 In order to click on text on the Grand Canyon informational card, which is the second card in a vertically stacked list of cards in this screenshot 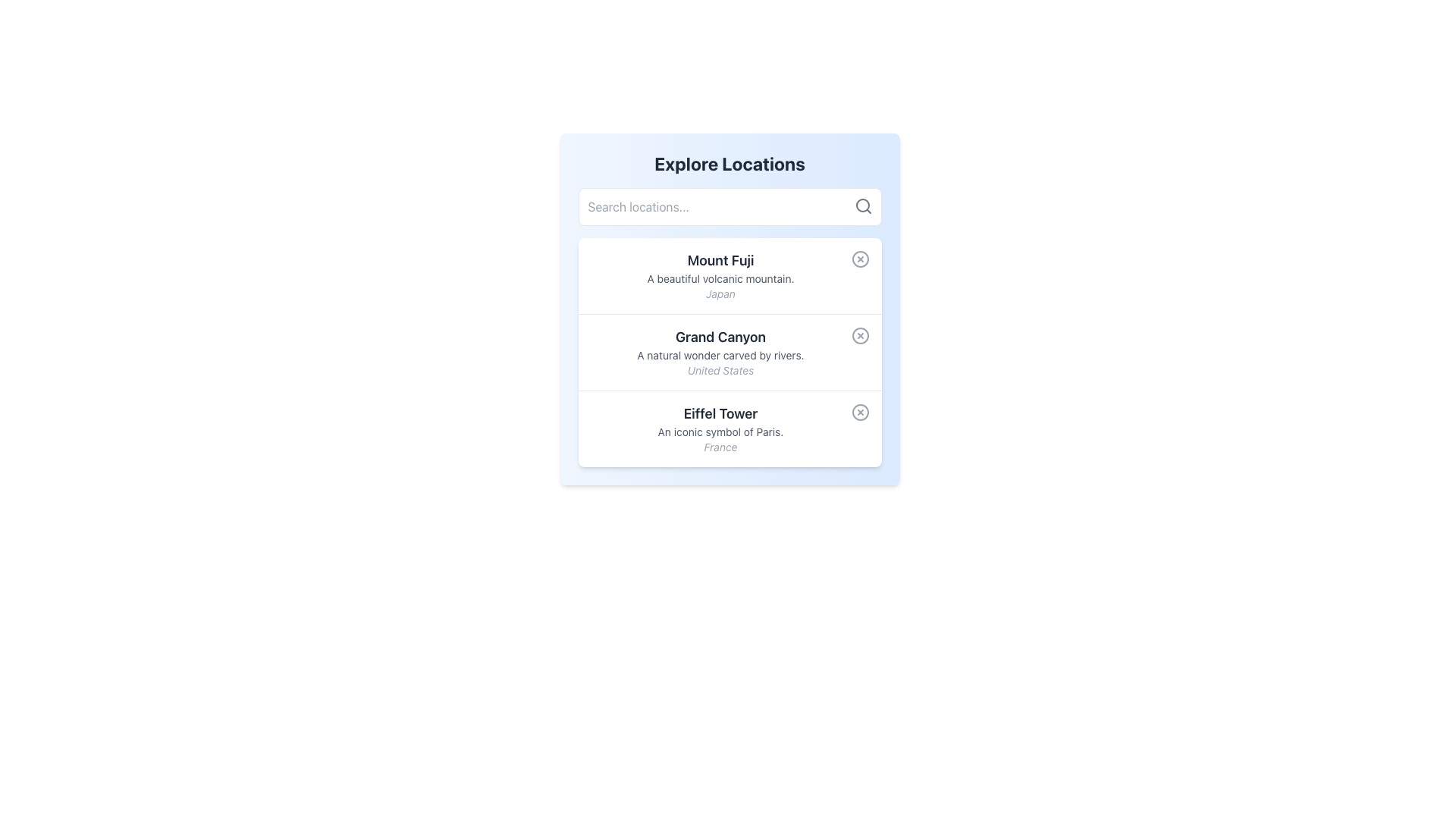, I will do `click(730, 352)`.